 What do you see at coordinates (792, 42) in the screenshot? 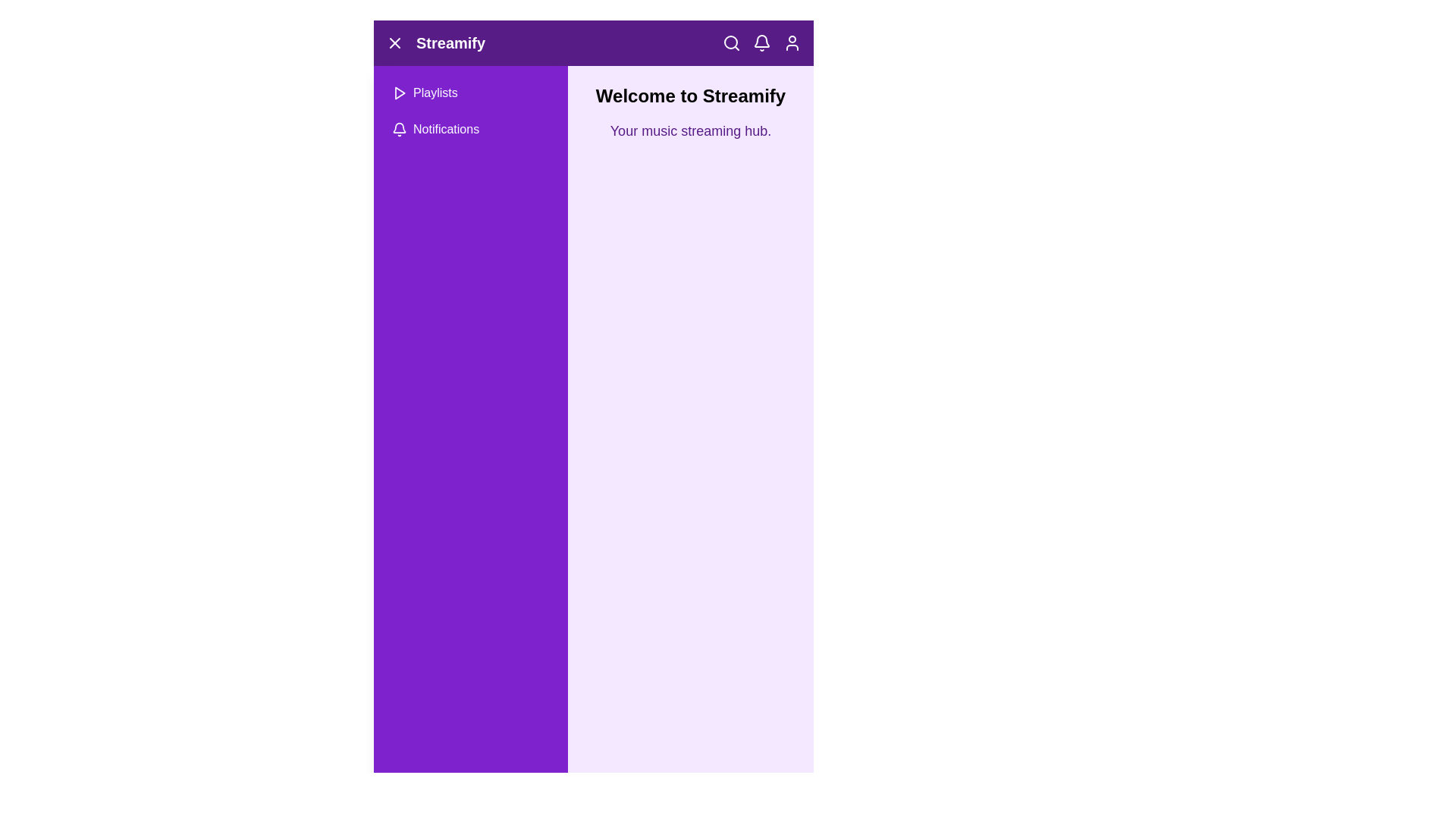
I see `the user profile icon located in the top-right corner of the application header` at bounding box center [792, 42].